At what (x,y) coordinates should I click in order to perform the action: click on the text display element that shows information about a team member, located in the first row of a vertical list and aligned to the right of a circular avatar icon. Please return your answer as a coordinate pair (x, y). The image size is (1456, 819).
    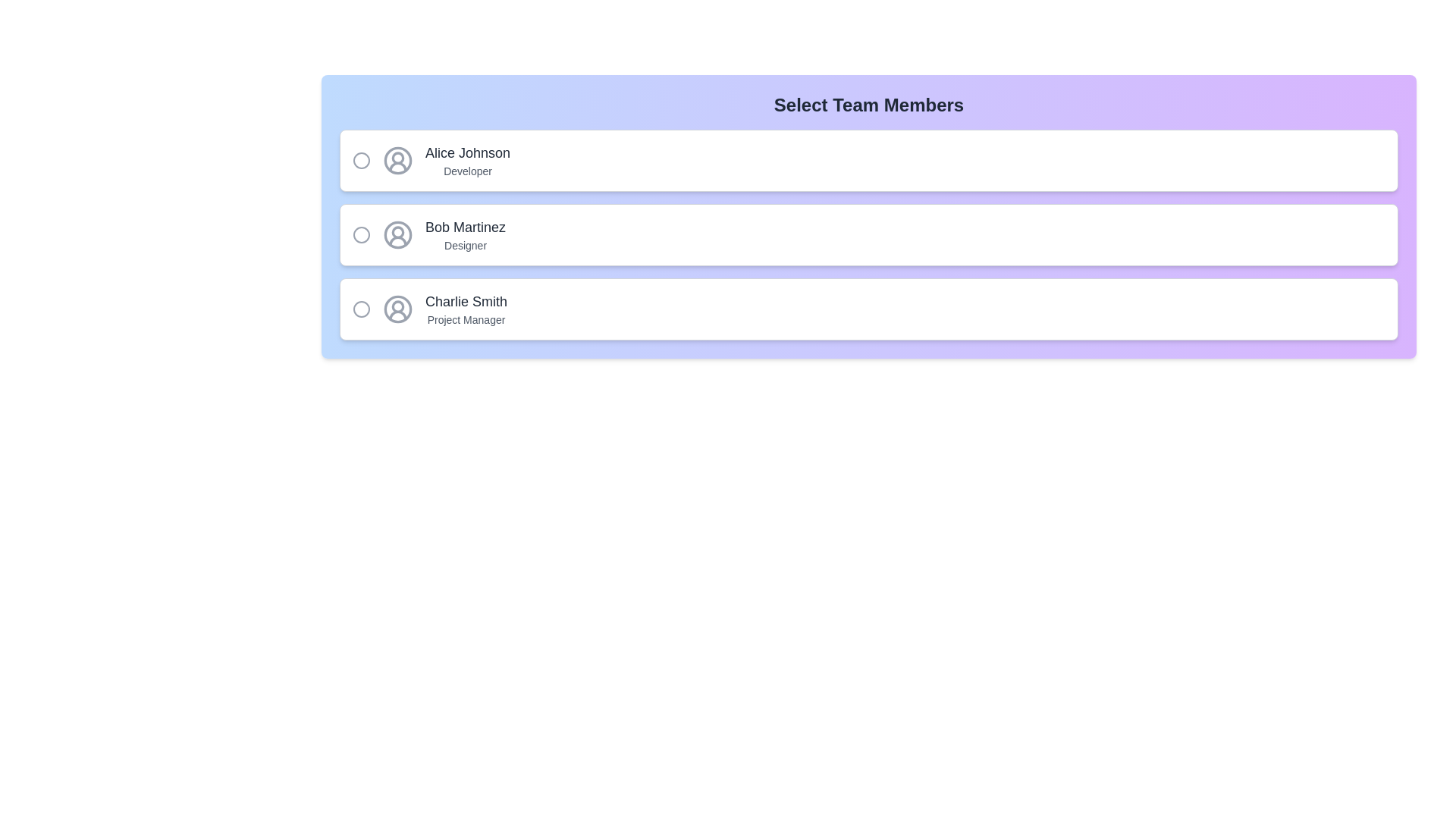
    Looking at the image, I should click on (467, 161).